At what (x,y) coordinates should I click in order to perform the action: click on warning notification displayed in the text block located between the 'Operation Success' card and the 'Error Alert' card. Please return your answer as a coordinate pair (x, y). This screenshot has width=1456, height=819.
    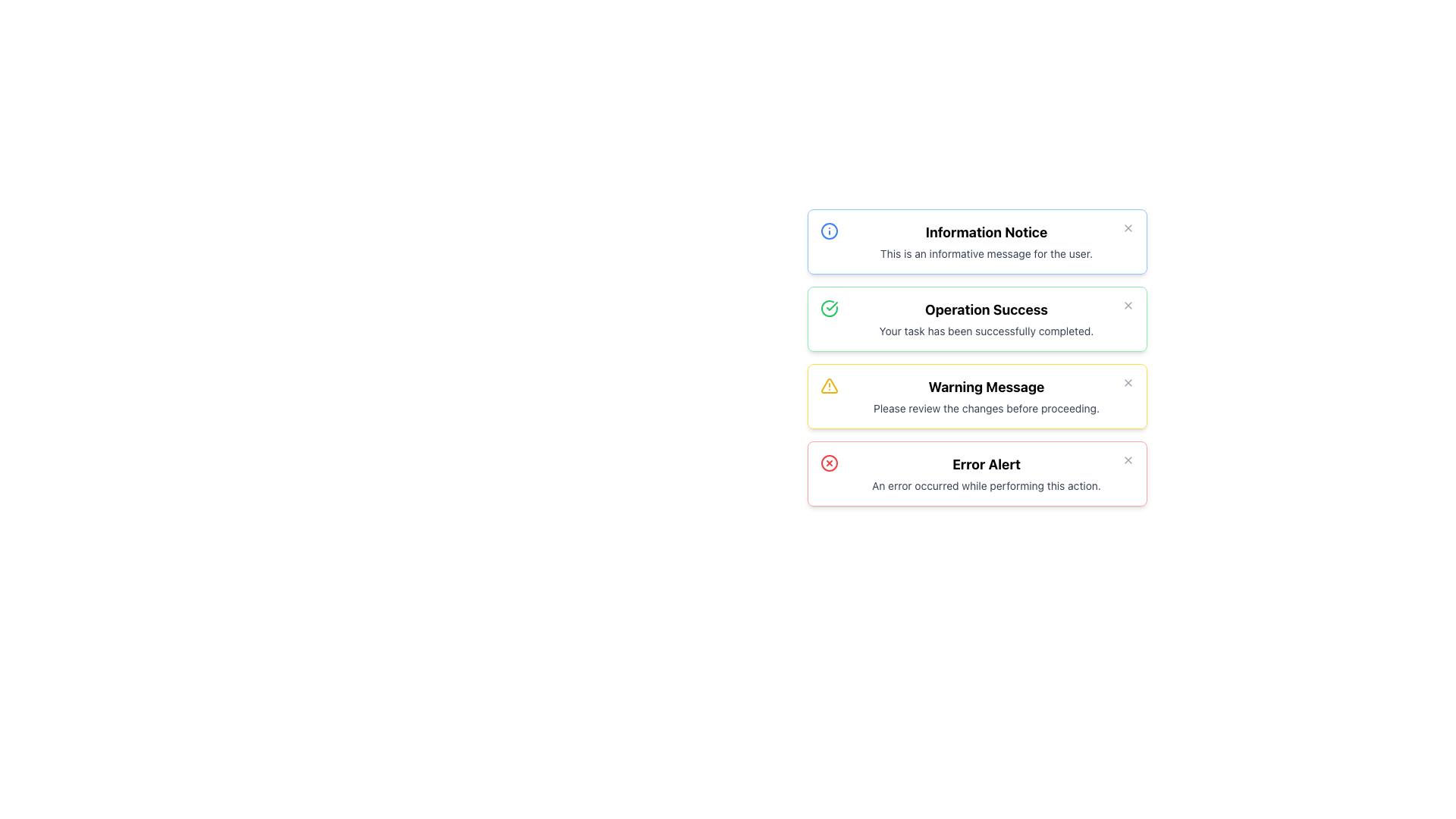
    Looking at the image, I should click on (986, 396).